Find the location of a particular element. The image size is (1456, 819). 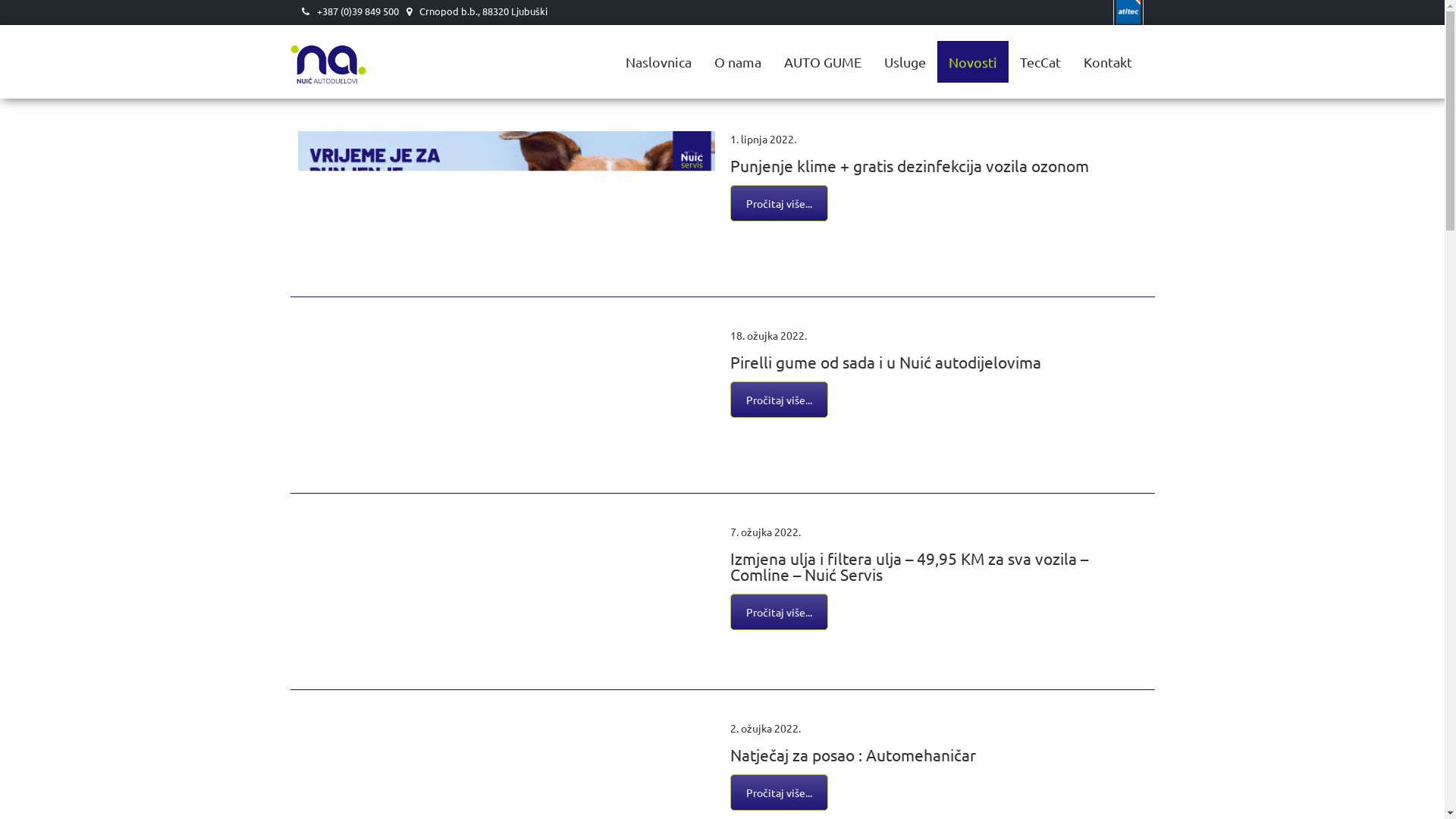

'Novosti' is located at coordinates (937, 61).